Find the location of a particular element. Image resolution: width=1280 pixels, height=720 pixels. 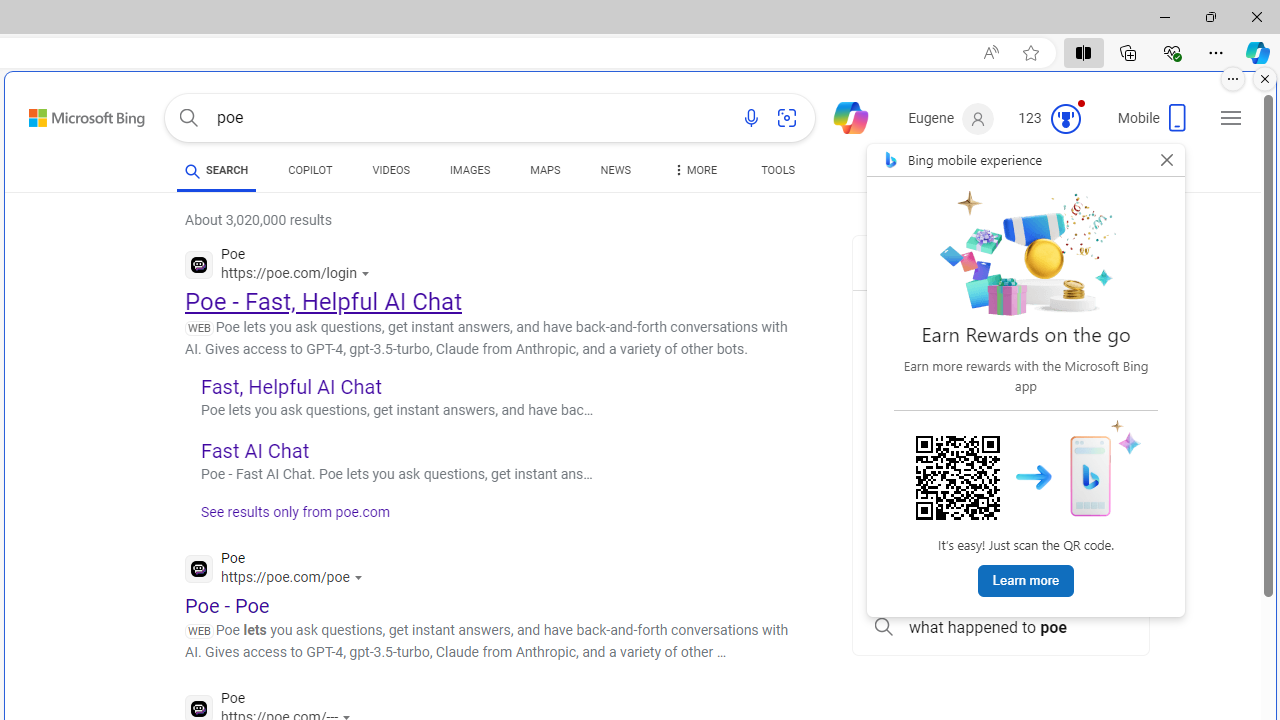

'Global web icon' is located at coordinates (199, 707).